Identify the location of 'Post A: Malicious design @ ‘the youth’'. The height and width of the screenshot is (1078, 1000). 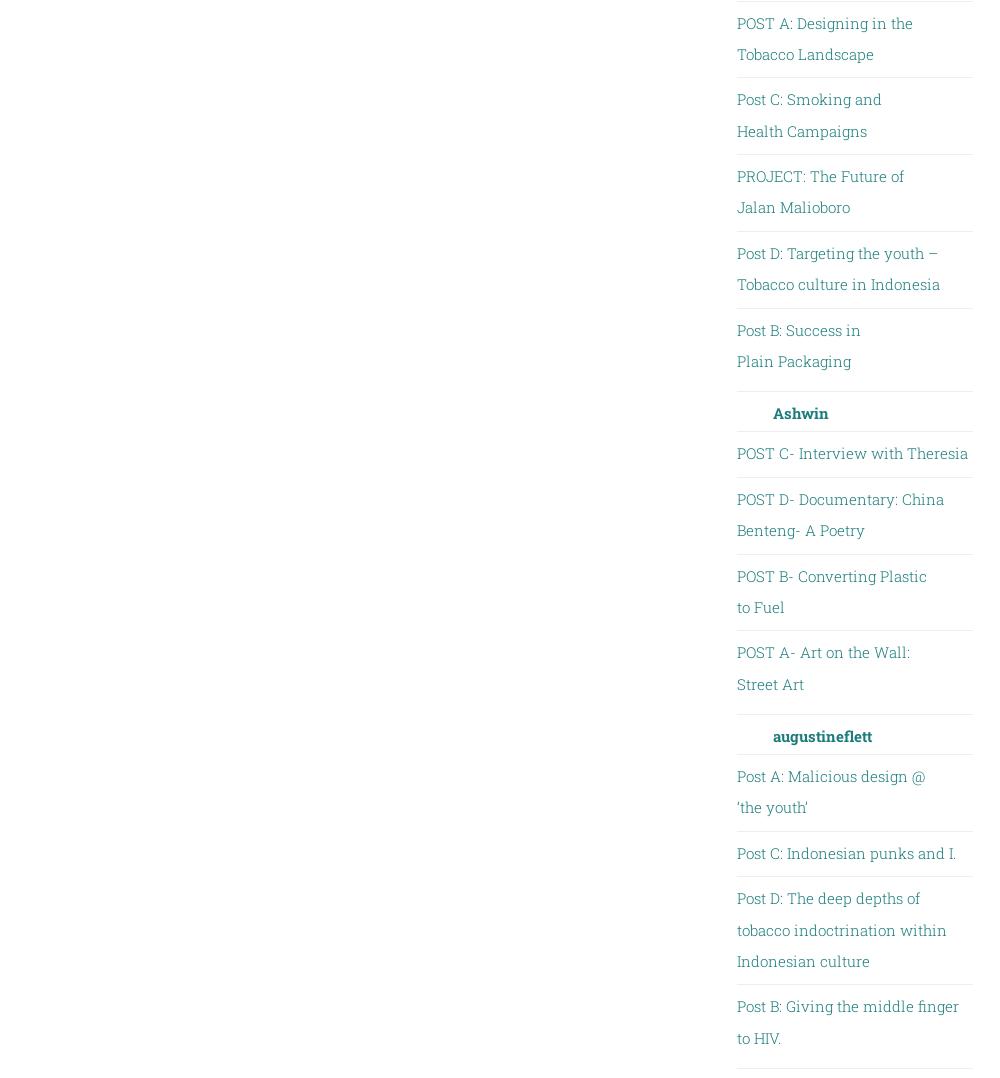
(829, 790).